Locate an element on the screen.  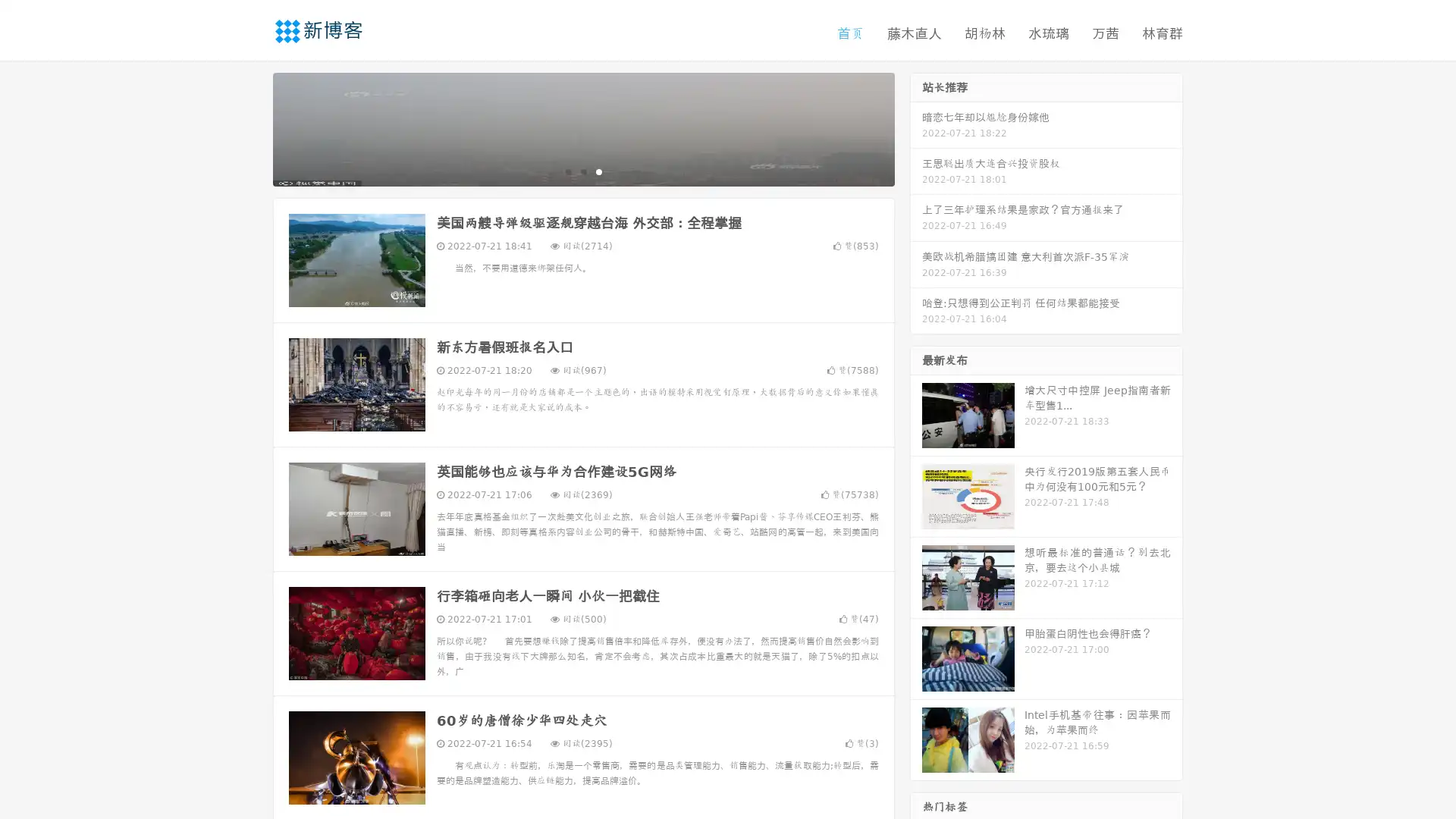
Go to slide 2 is located at coordinates (582, 171).